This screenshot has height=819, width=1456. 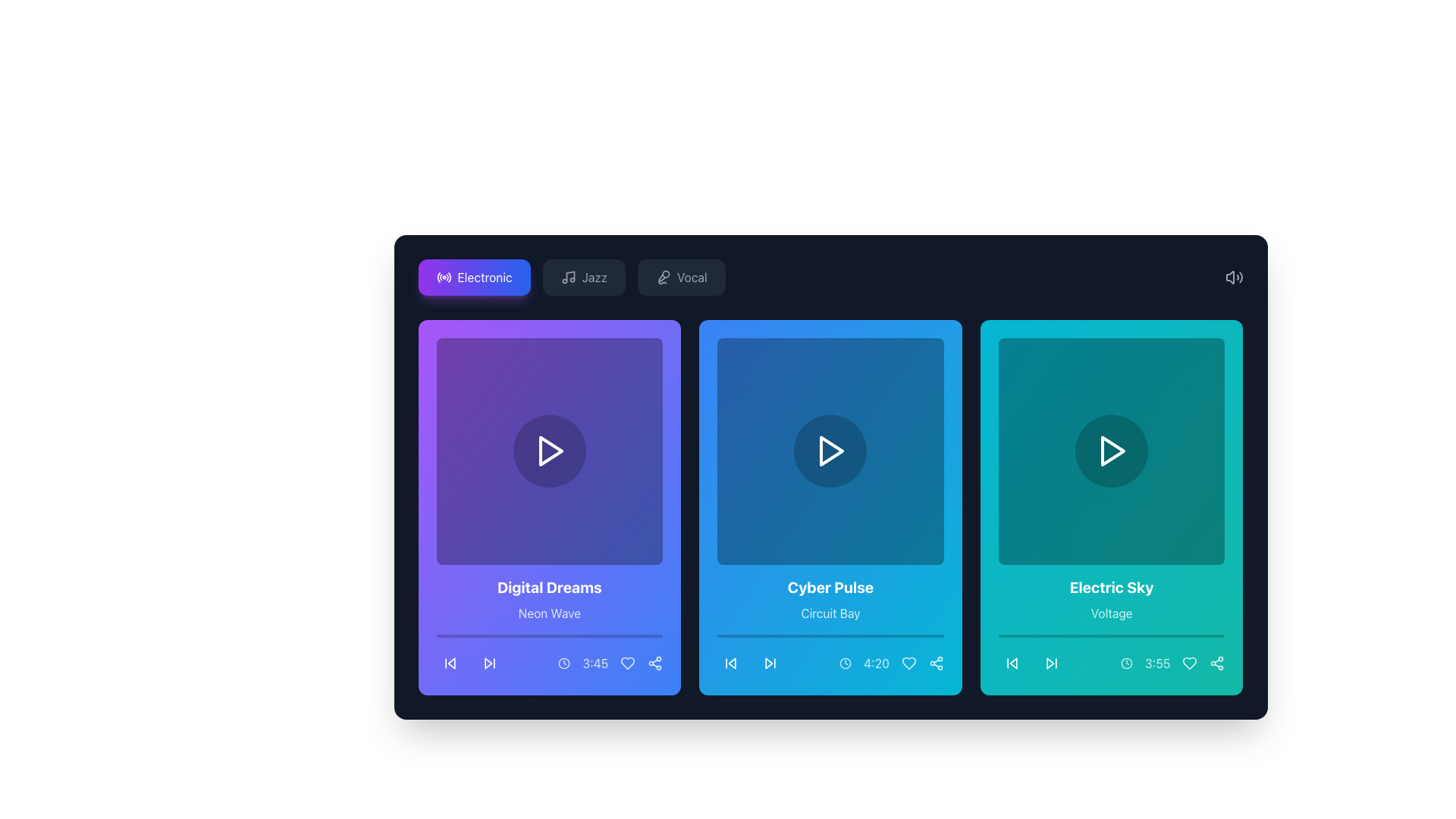 I want to click on the play button represented by an SVG triangle in the center of the 'Cyber Pulse' card, so click(x=831, y=450).